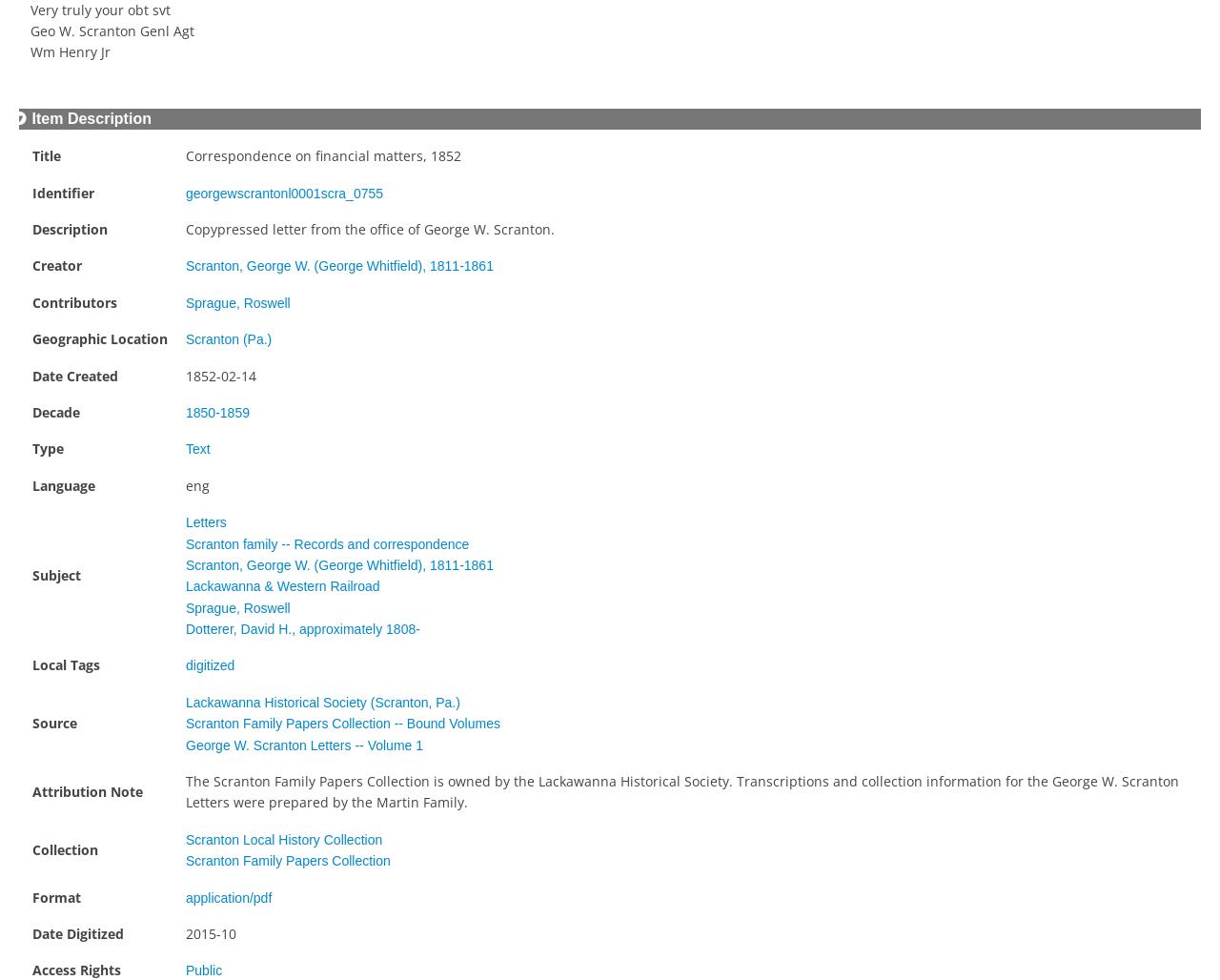 The width and height of the screenshot is (1220, 980). What do you see at coordinates (54, 722) in the screenshot?
I see `'Source'` at bounding box center [54, 722].